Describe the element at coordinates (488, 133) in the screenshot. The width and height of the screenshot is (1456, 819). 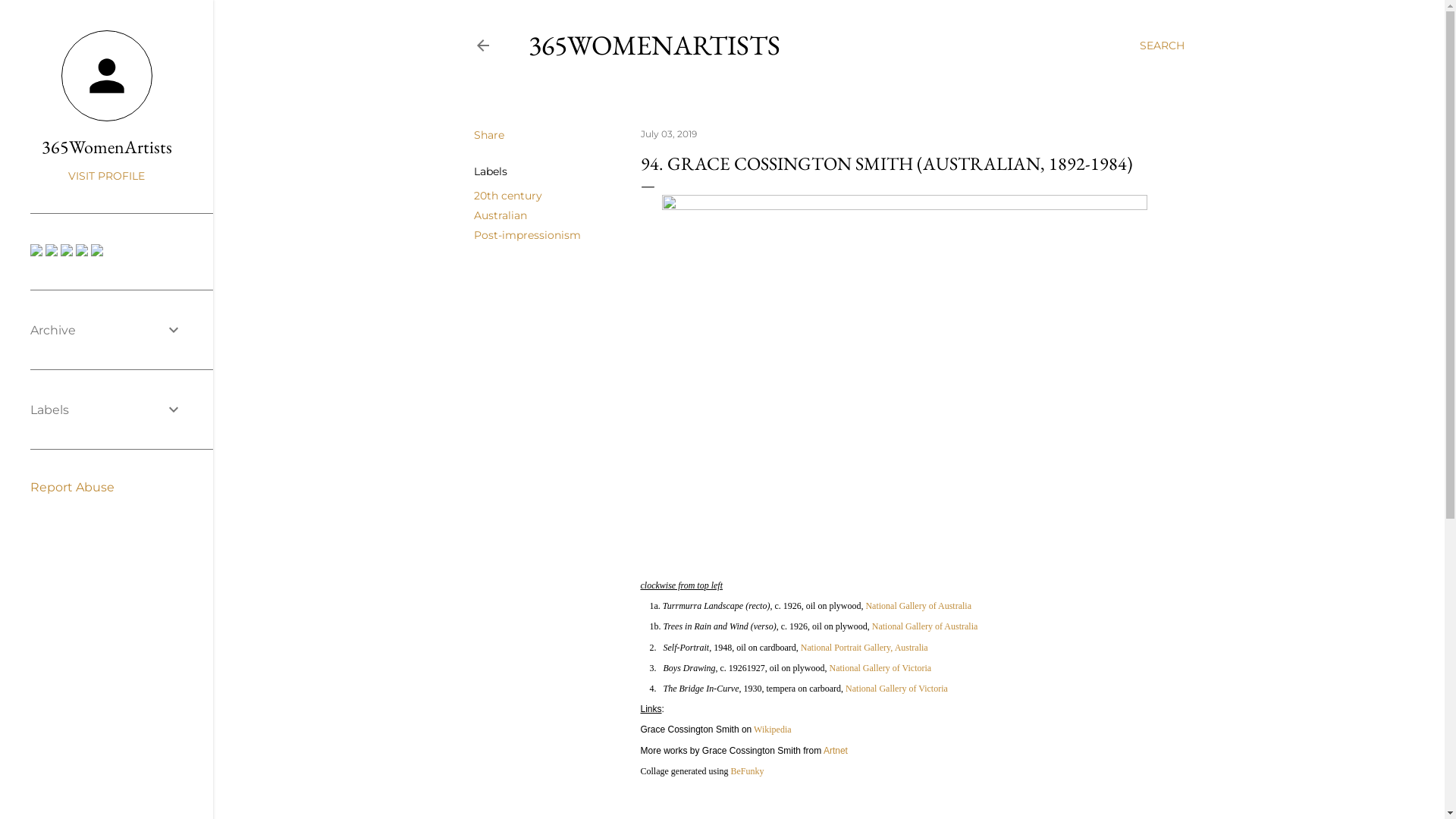
I see `'Share'` at that location.